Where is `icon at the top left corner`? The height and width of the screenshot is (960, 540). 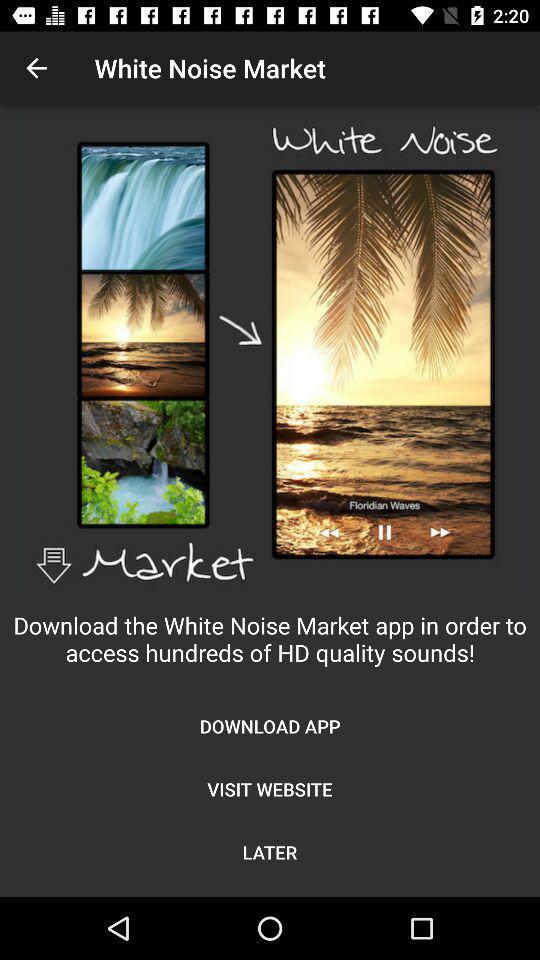
icon at the top left corner is located at coordinates (36, 68).